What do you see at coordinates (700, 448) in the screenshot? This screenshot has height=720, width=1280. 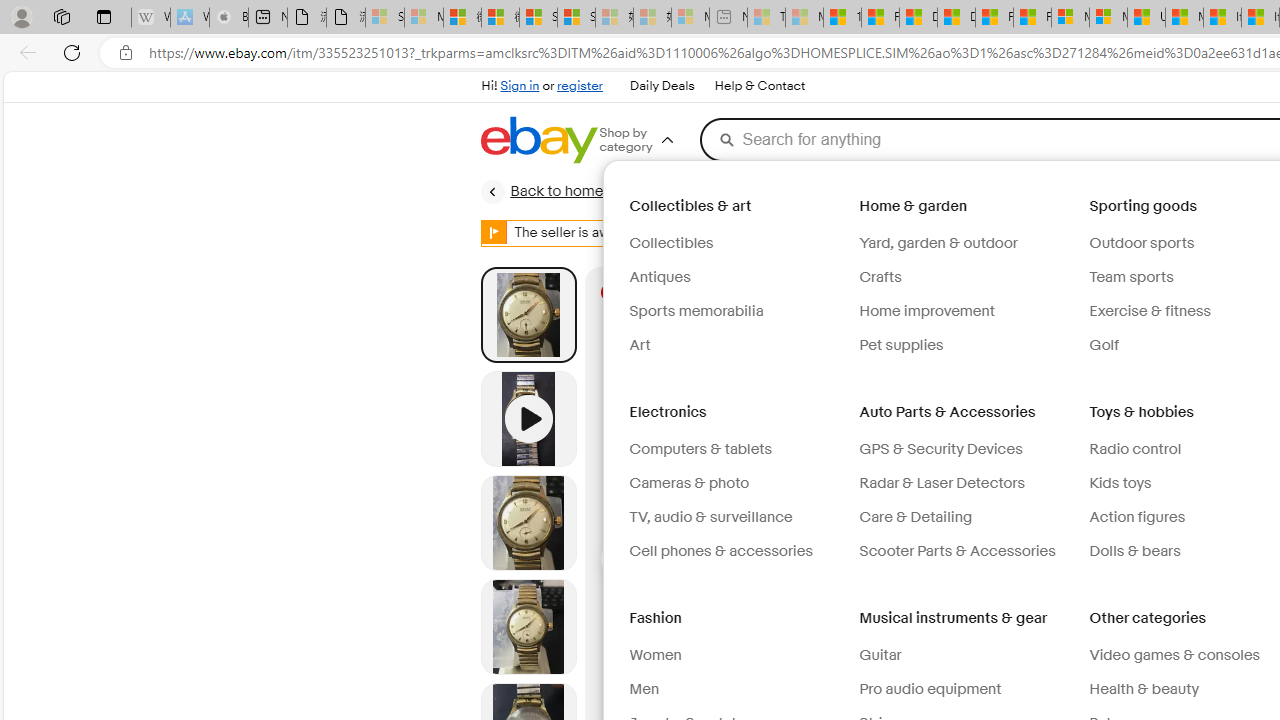 I see `'Computers & tablets'` at bounding box center [700, 448].